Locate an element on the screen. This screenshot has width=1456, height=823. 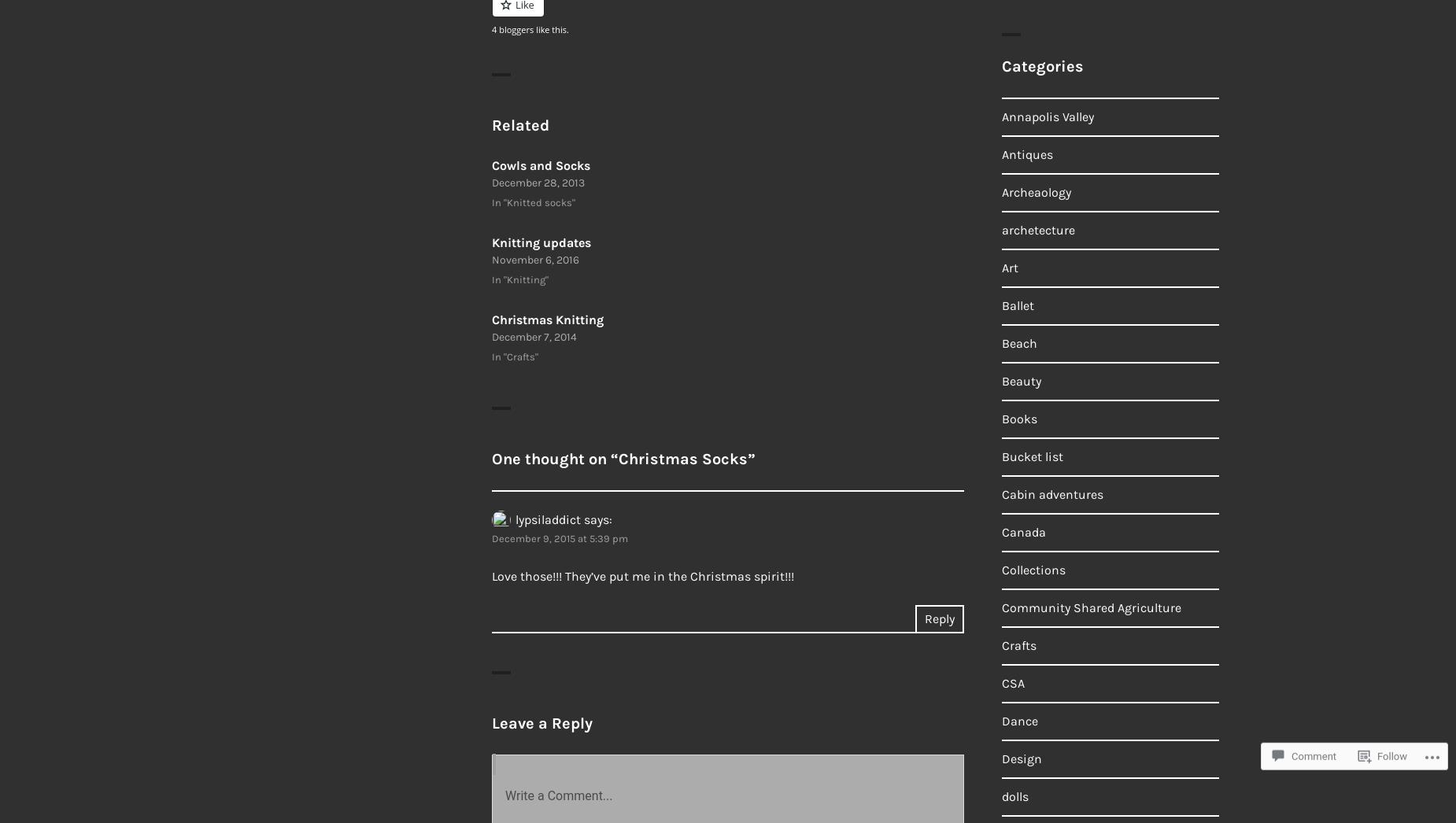
'says:' is located at coordinates (597, 519).